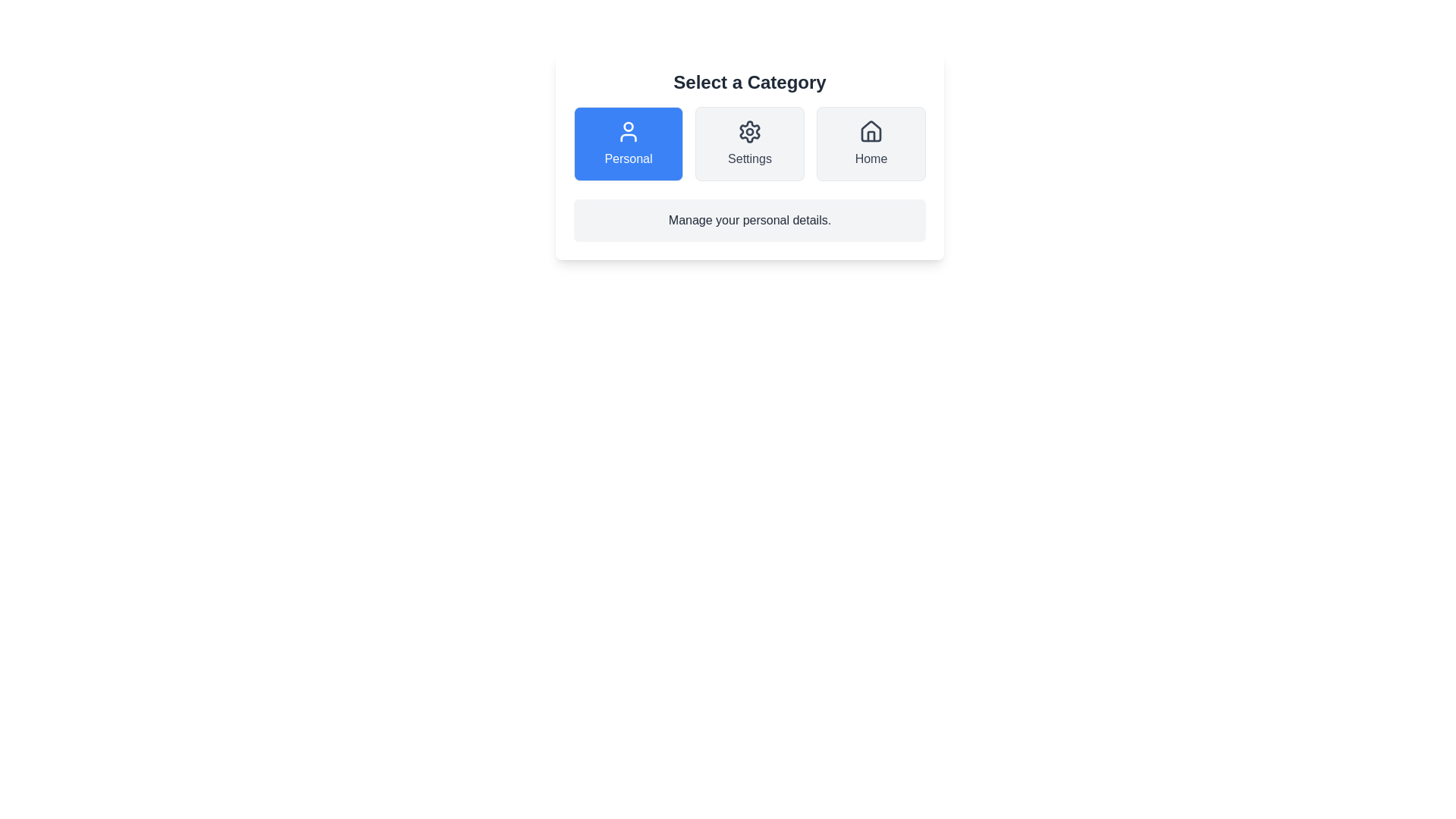 This screenshot has height=819, width=1456. Describe the element at coordinates (749, 143) in the screenshot. I see `the Settings button to observe the hover effect` at that location.